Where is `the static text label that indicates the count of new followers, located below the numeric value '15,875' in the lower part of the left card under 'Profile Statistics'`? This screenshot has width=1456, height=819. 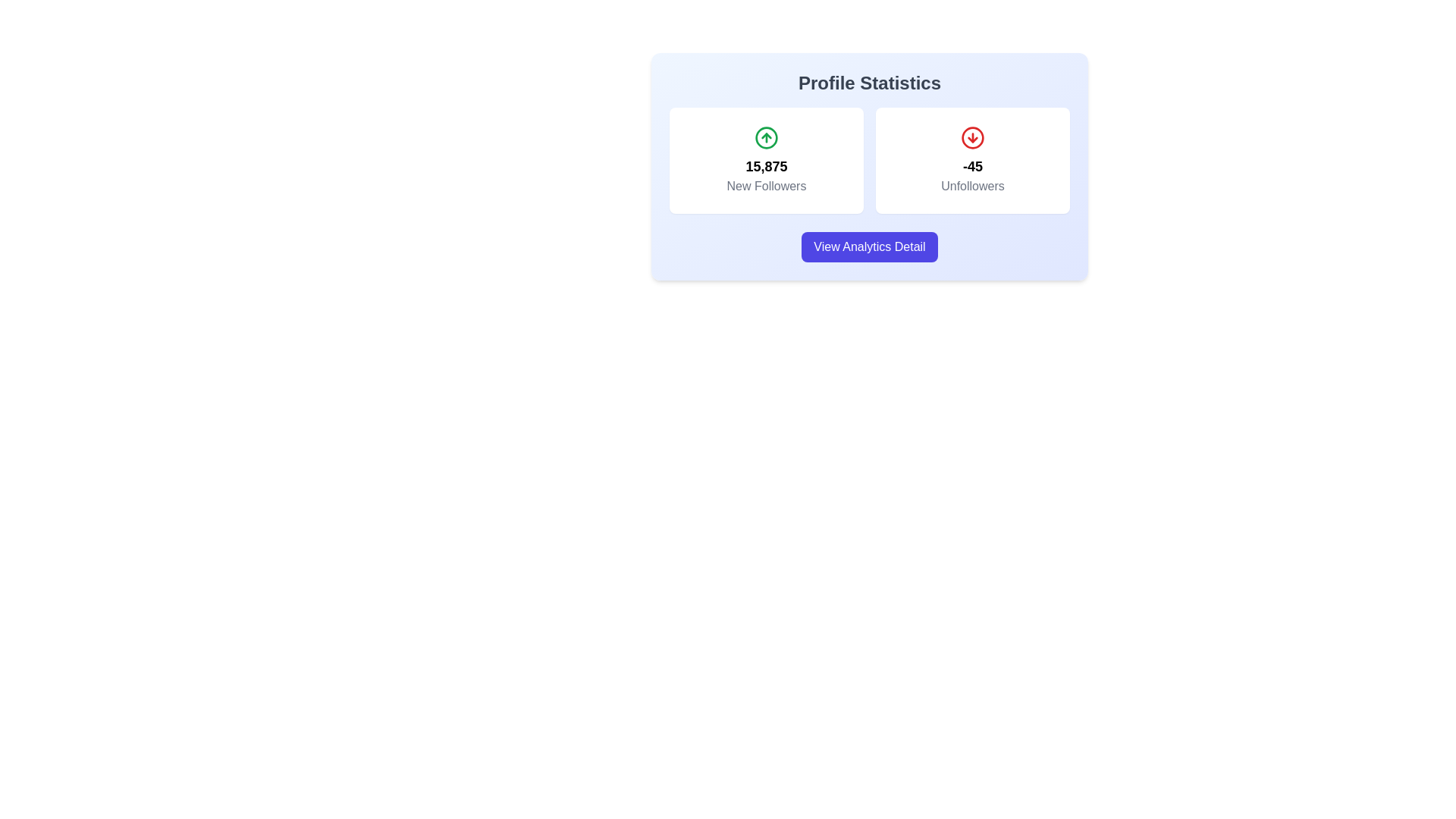
the static text label that indicates the count of new followers, located below the numeric value '15,875' in the lower part of the left card under 'Profile Statistics' is located at coordinates (767, 186).